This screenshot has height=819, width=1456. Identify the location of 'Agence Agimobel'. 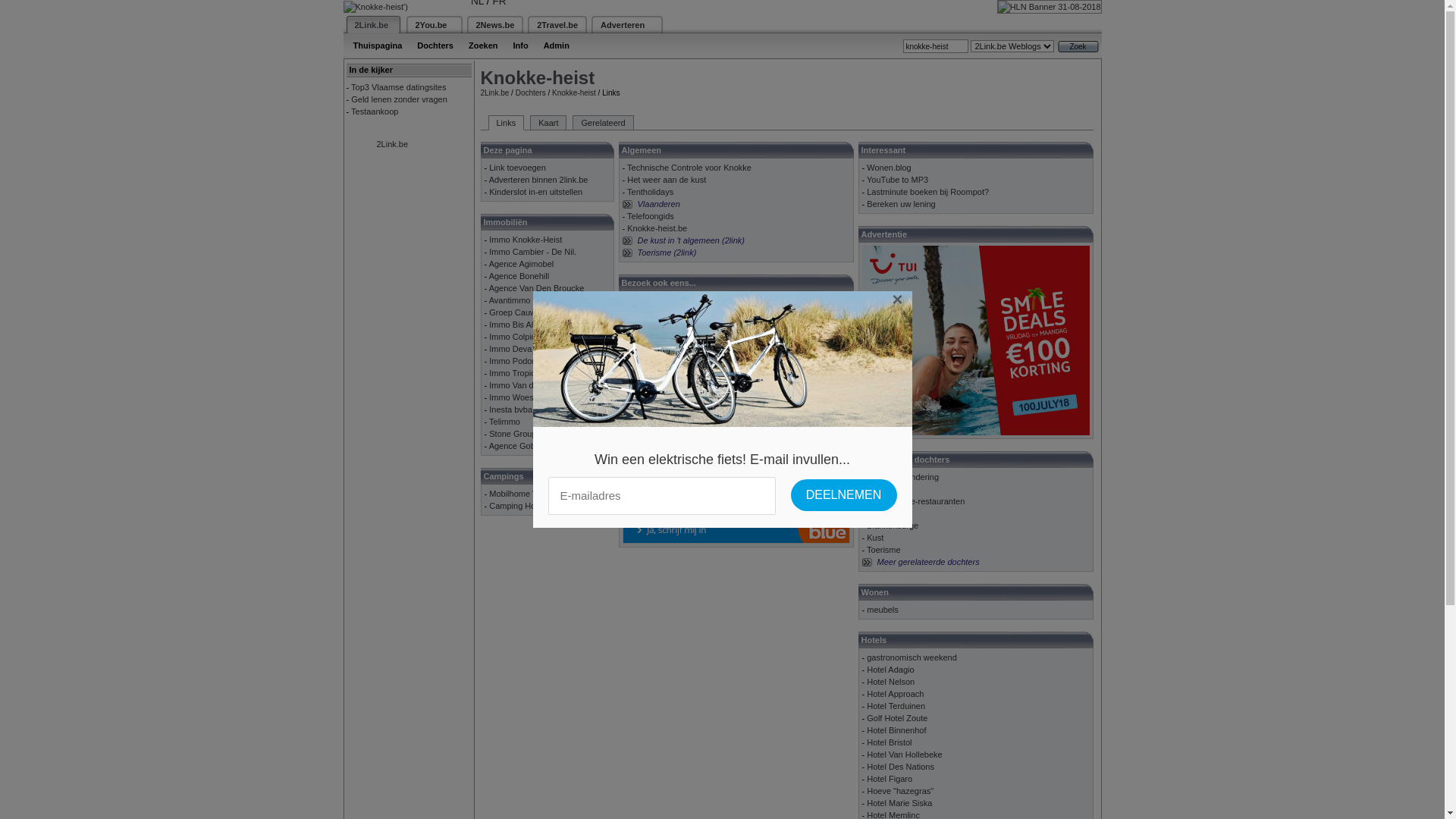
(521, 262).